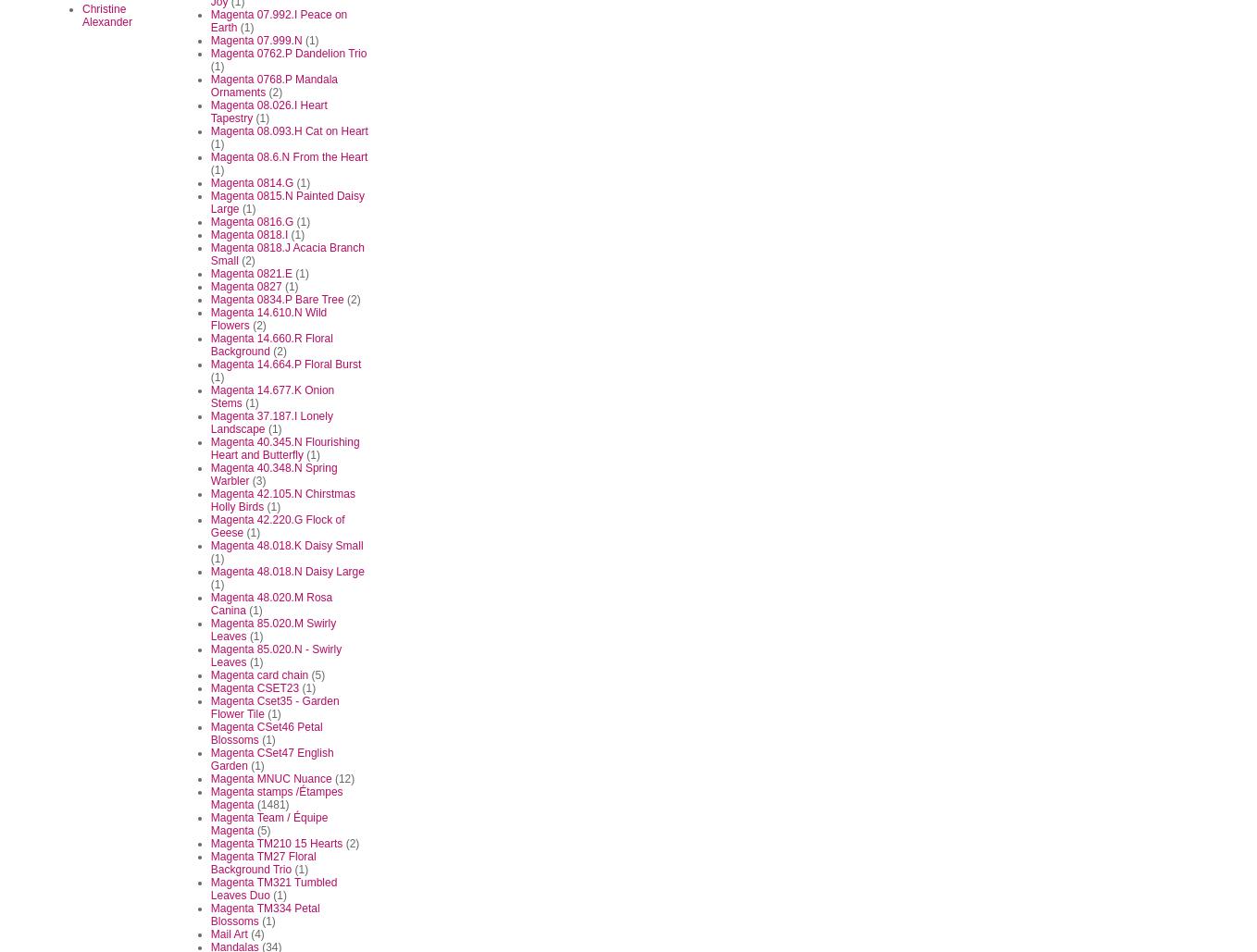 The image size is (1257, 952). I want to click on 'Magenta 0815.N Painted Daisy Large', so click(209, 202).